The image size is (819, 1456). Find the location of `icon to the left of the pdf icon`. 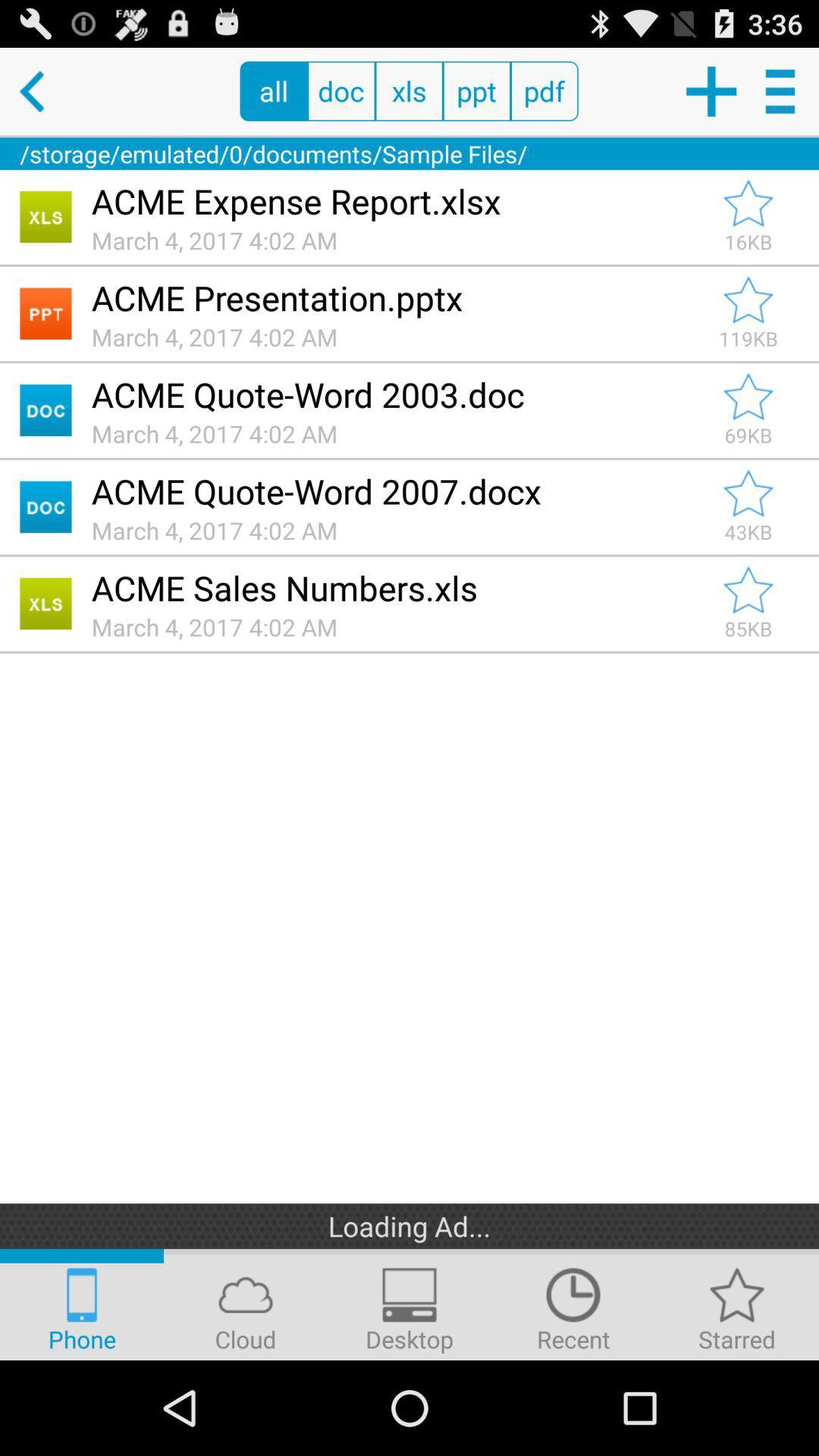

icon to the left of the pdf icon is located at coordinates (475, 90).